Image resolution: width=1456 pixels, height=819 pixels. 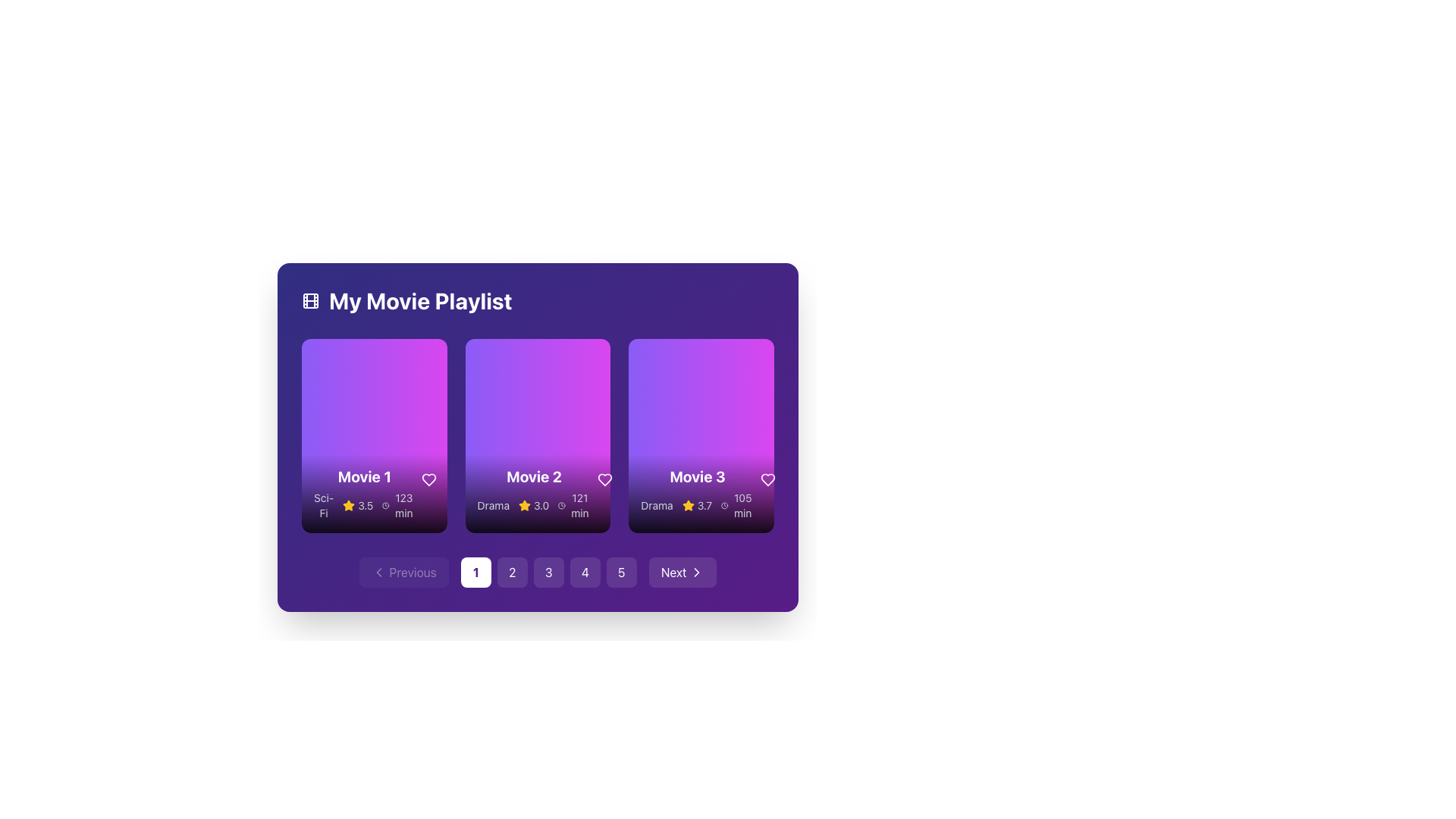 What do you see at coordinates (738, 506) in the screenshot?
I see `the 'Movie 3' card by targeting the text label with icon that indicates the movie duration located at the bottom right of the card` at bounding box center [738, 506].